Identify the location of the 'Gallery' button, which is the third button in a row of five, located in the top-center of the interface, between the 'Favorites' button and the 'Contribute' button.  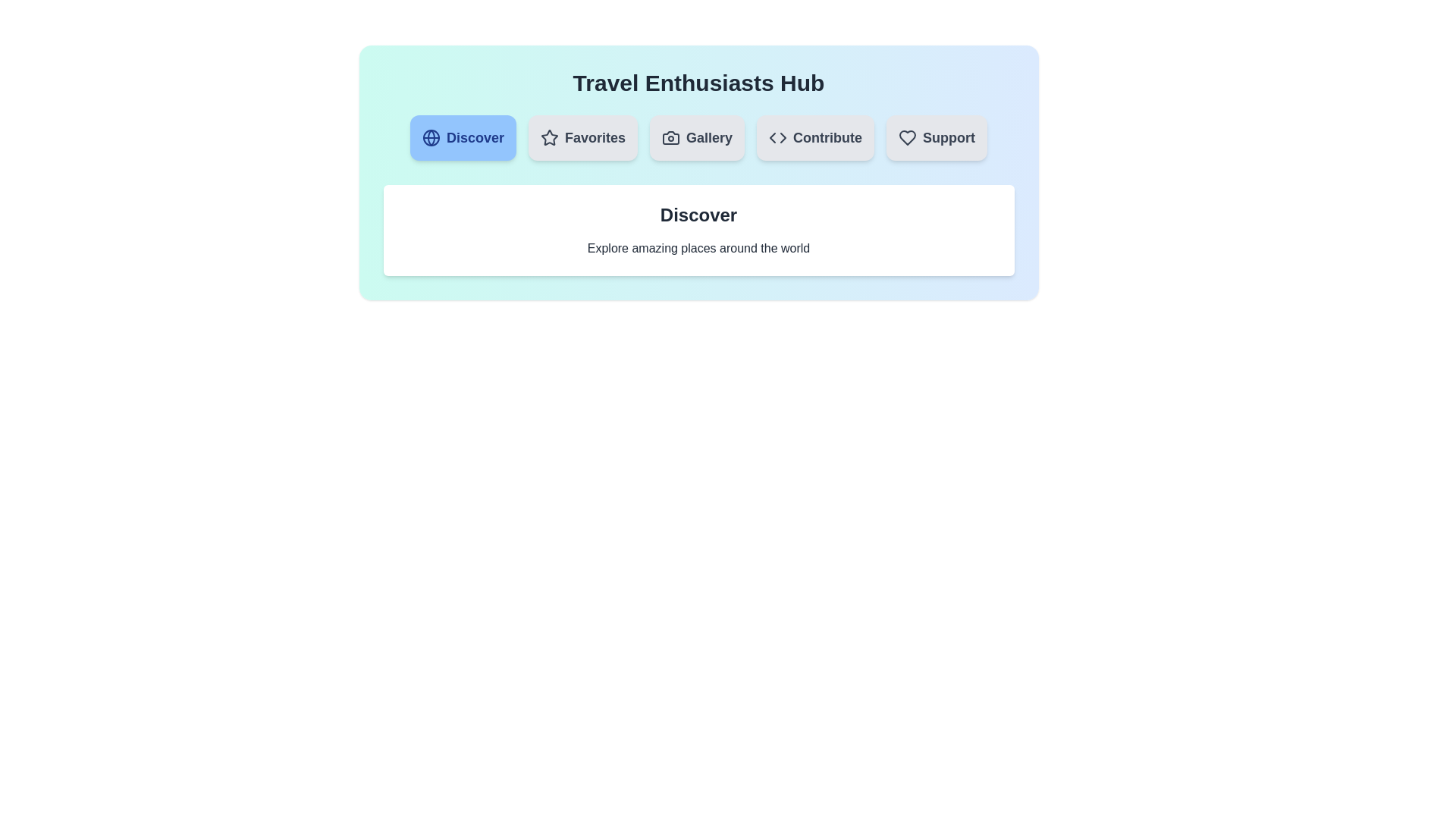
(696, 137).